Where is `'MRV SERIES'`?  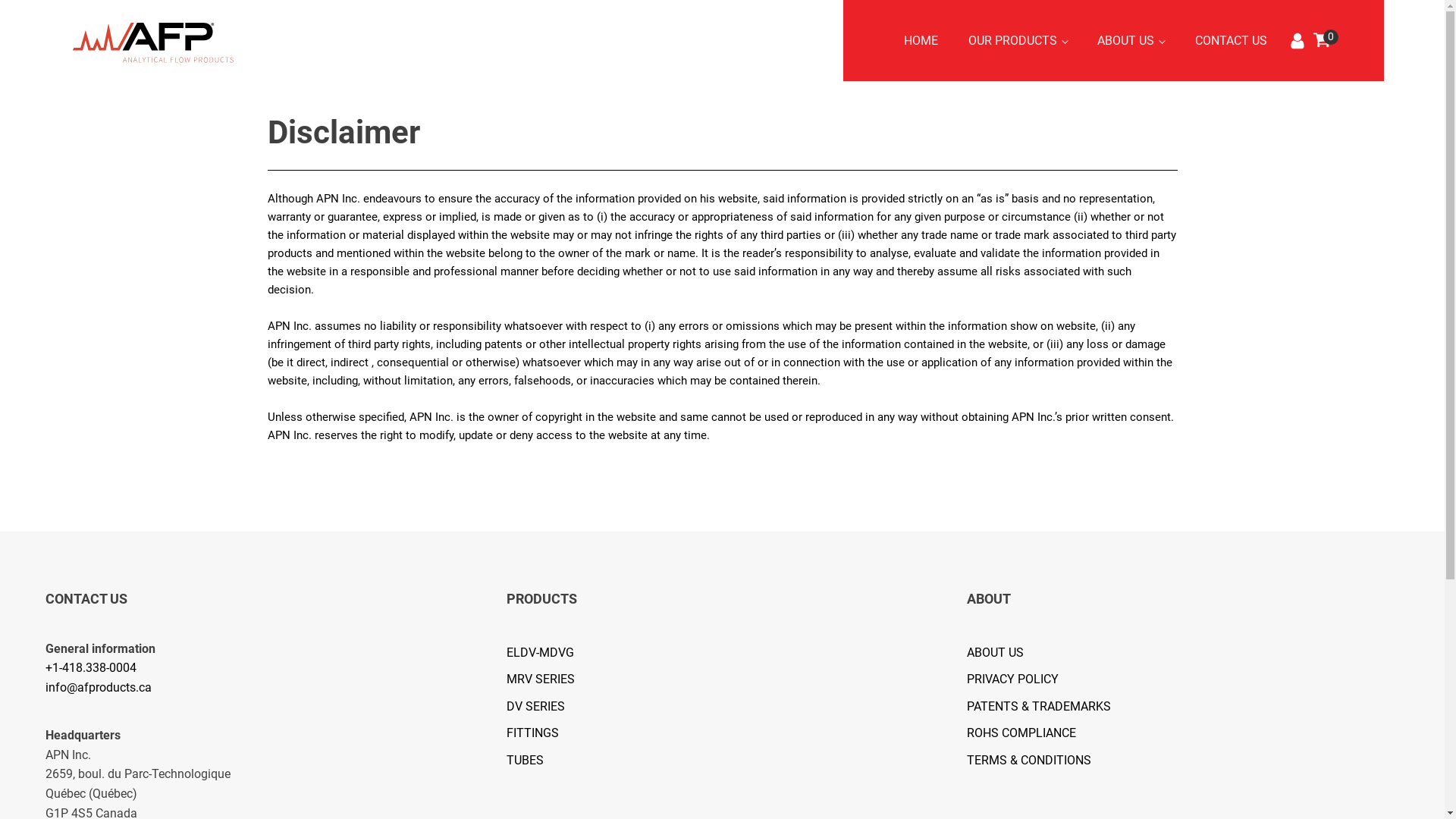 'MRV SERIES' is located at coordinates (548, 678).